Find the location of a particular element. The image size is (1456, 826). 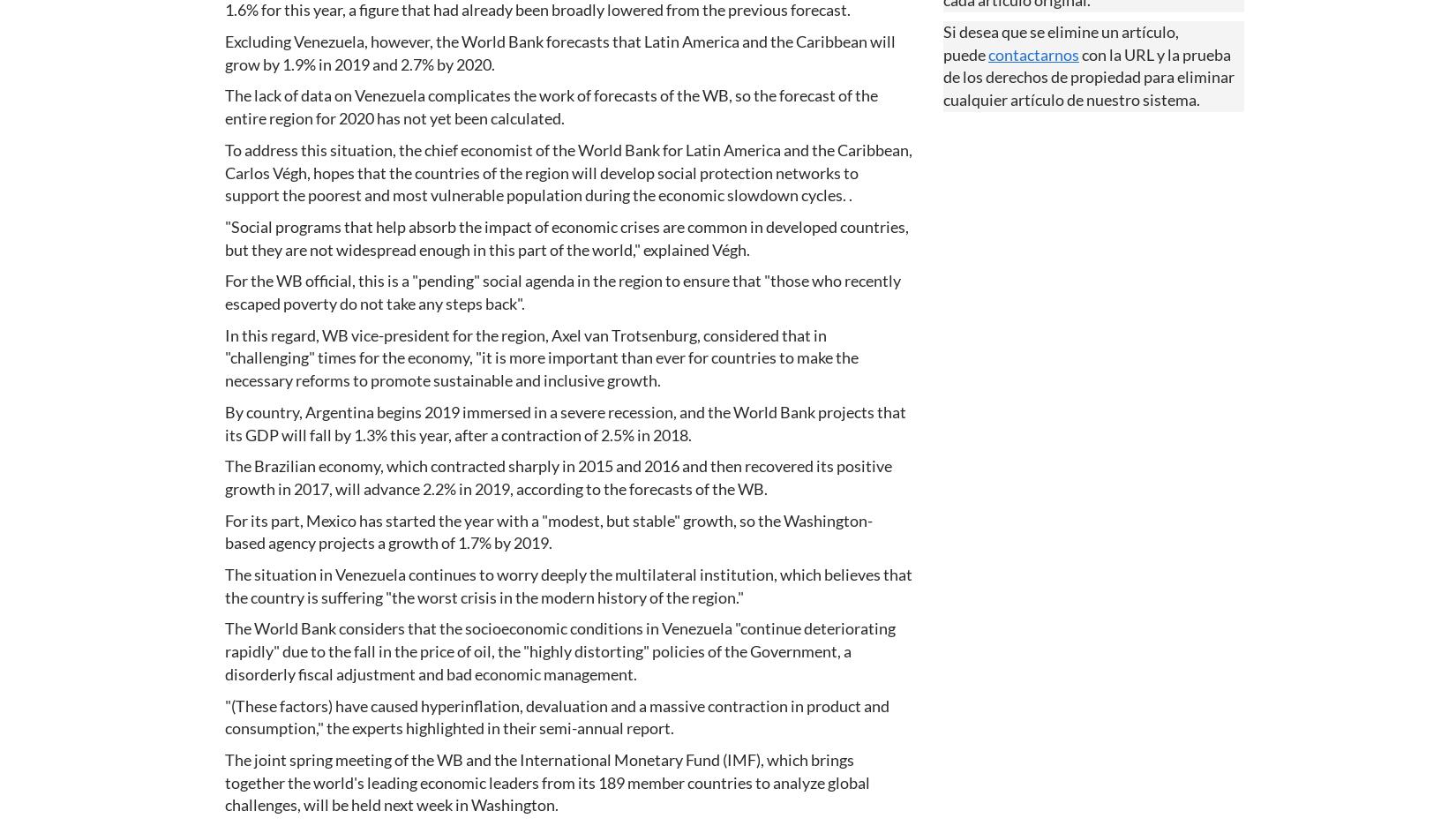

'The World Bank considers that the socioeconomic conditions in Venezuela "continue deteriorating rapidly" due to the fall in the price of oil, the "highly distorting" policies of the Government, a disorderly fiscal adjustment and bad economic management.' is located at coordinates (559, 650).